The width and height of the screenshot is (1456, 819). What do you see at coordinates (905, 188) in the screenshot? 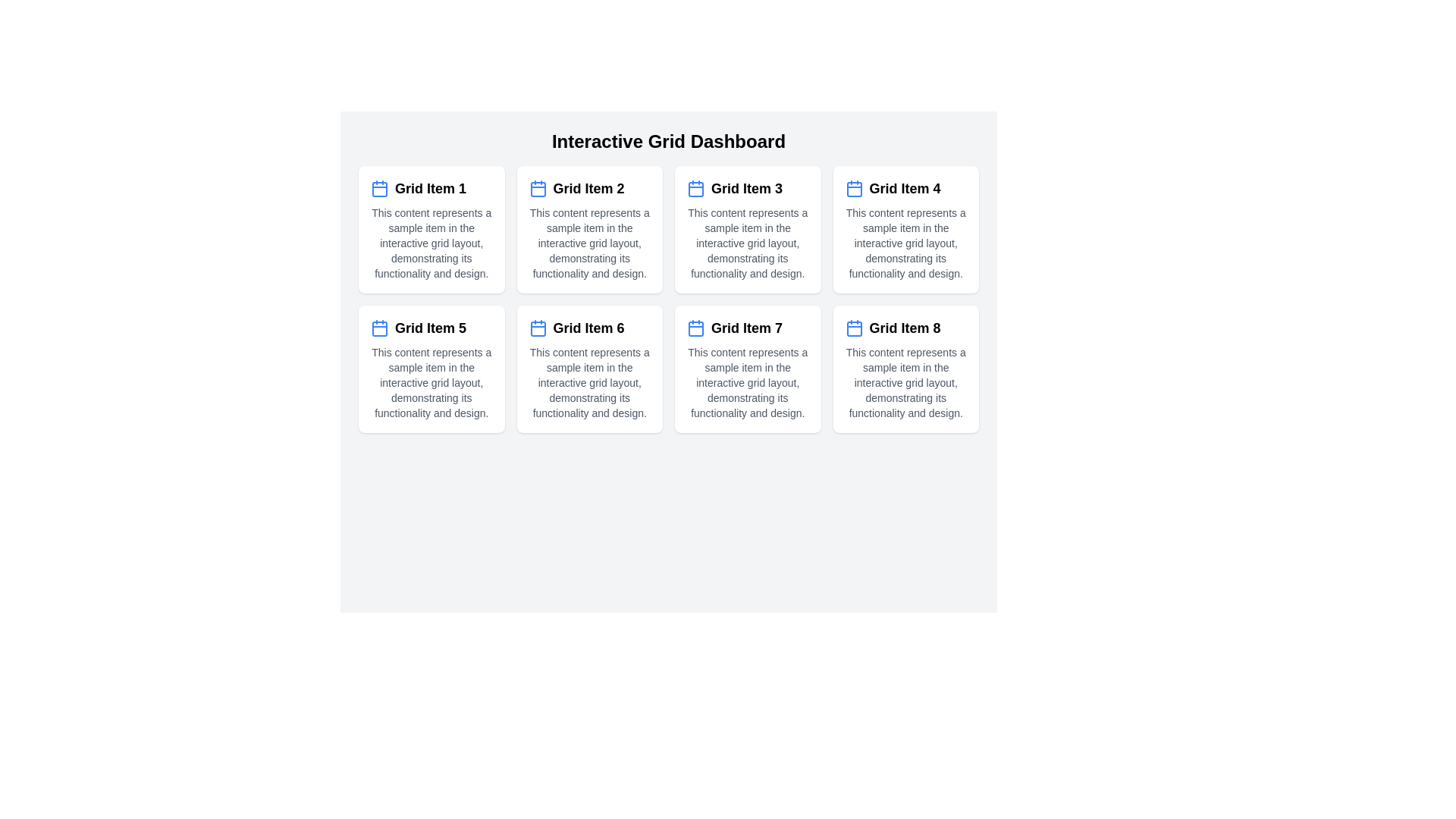
I see `the text label located in the fourth card of the grid layout, which serves as a title or identifier for the corresponding grid item` at bounding box center [905, 188].